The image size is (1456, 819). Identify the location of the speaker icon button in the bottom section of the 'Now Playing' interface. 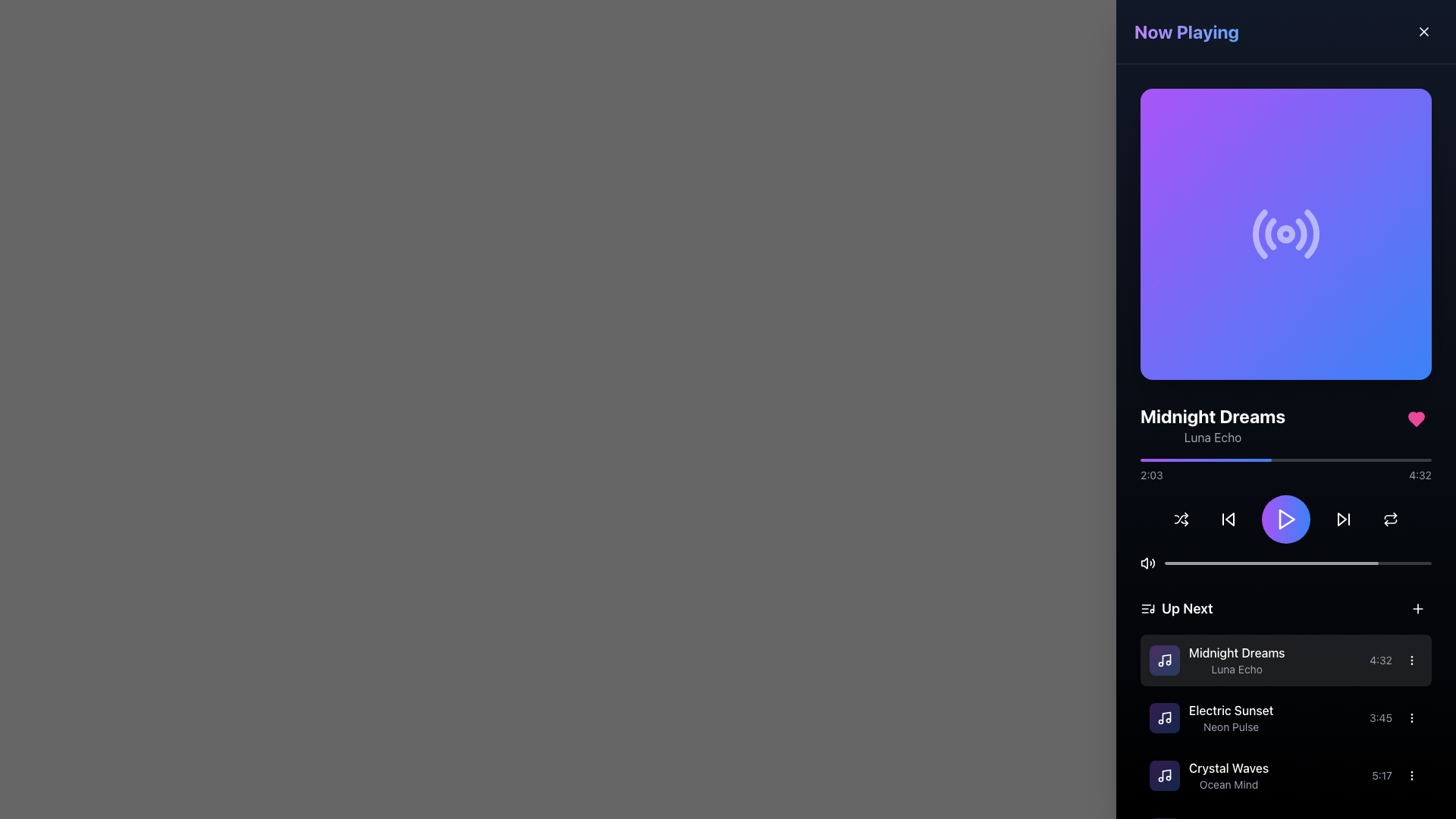
(1147, 563).